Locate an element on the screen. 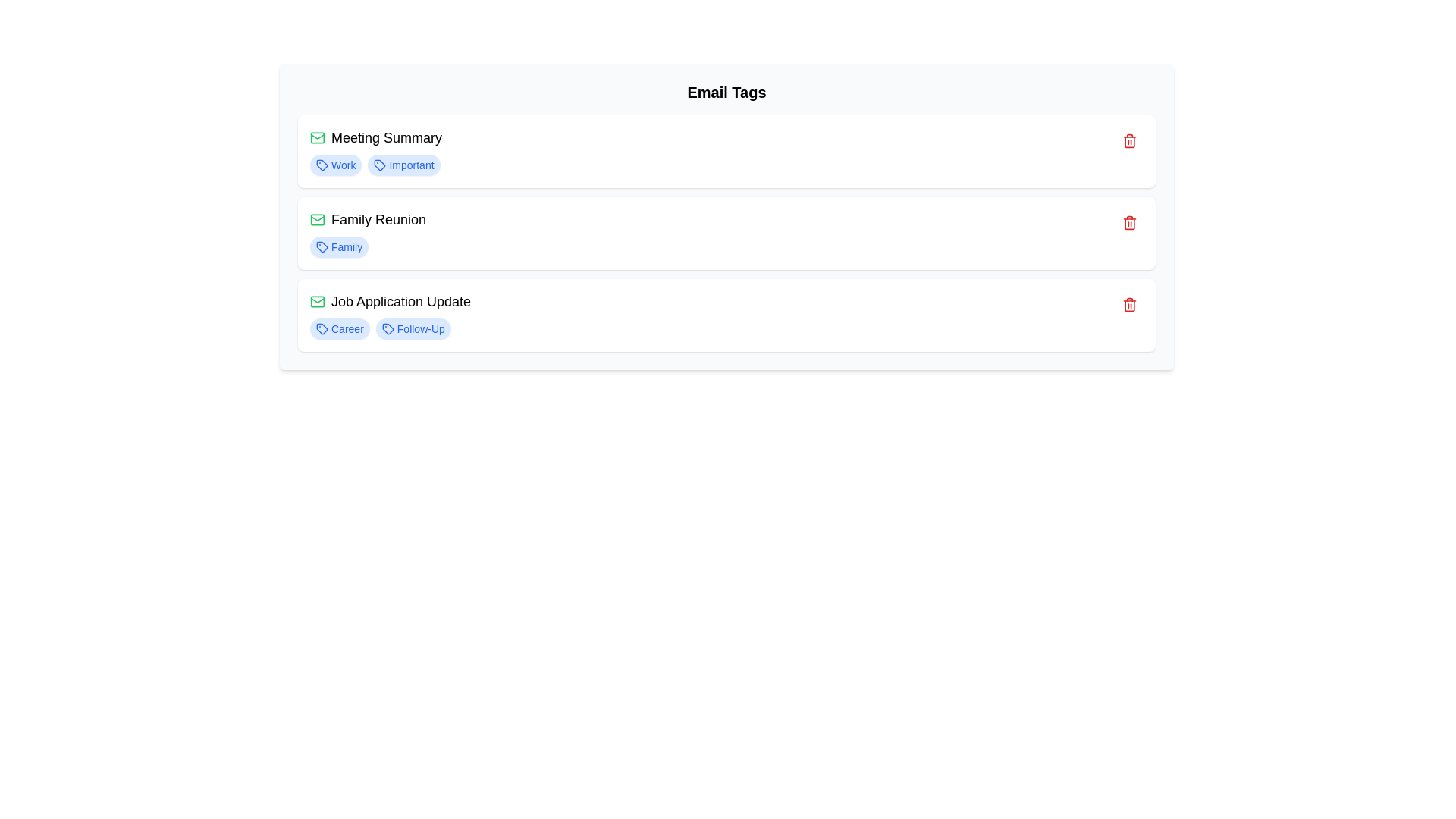 This screenshot has height=819, width=1456. the email card with the subject Family Reunion is located at coordinates (726, 234).